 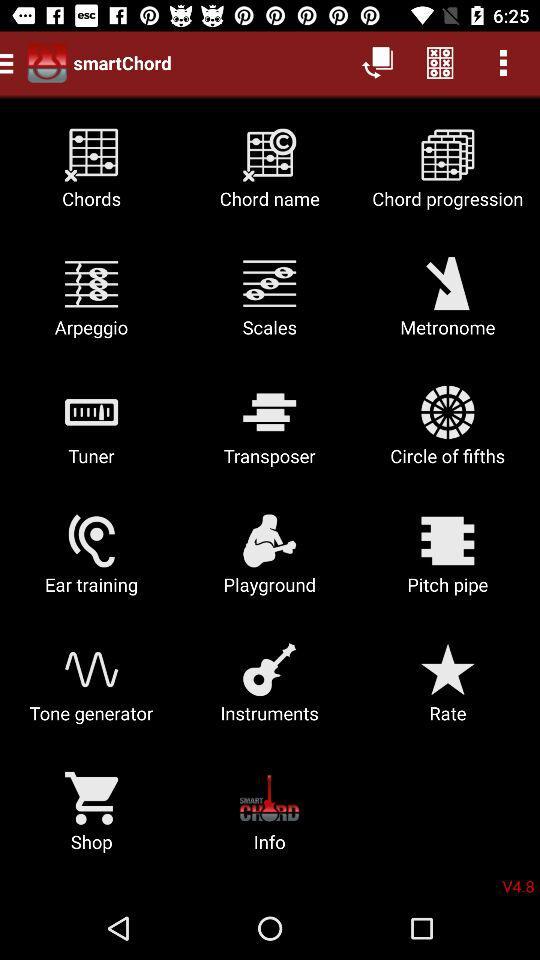 I want to click on the emoji icon, so click(x=47, y=62).